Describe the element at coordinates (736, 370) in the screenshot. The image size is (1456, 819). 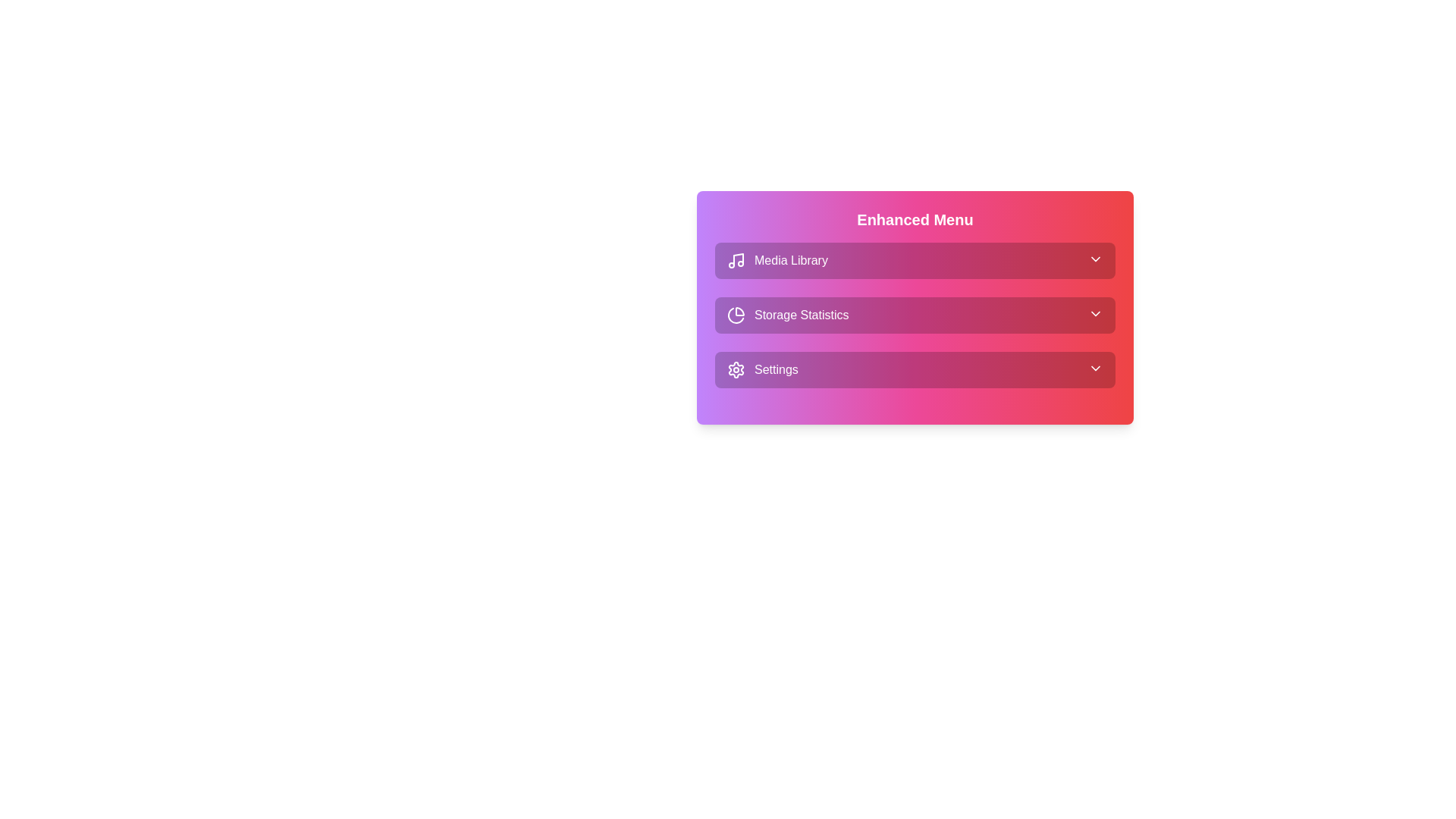
I see `the gear icon representing the settings menu` at that location.